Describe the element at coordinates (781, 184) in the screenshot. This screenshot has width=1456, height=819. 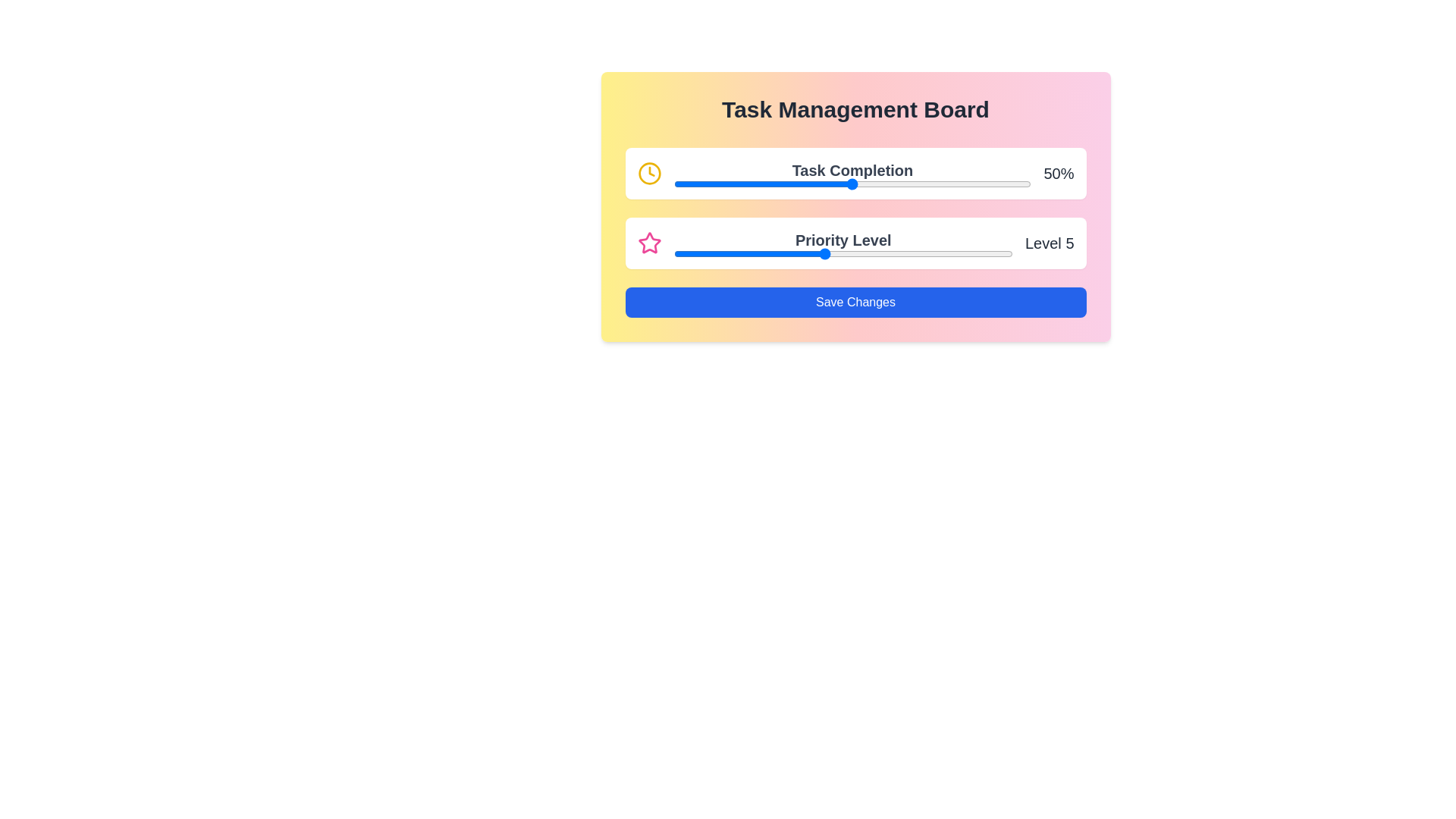
I see `the task completion slider` at that location.